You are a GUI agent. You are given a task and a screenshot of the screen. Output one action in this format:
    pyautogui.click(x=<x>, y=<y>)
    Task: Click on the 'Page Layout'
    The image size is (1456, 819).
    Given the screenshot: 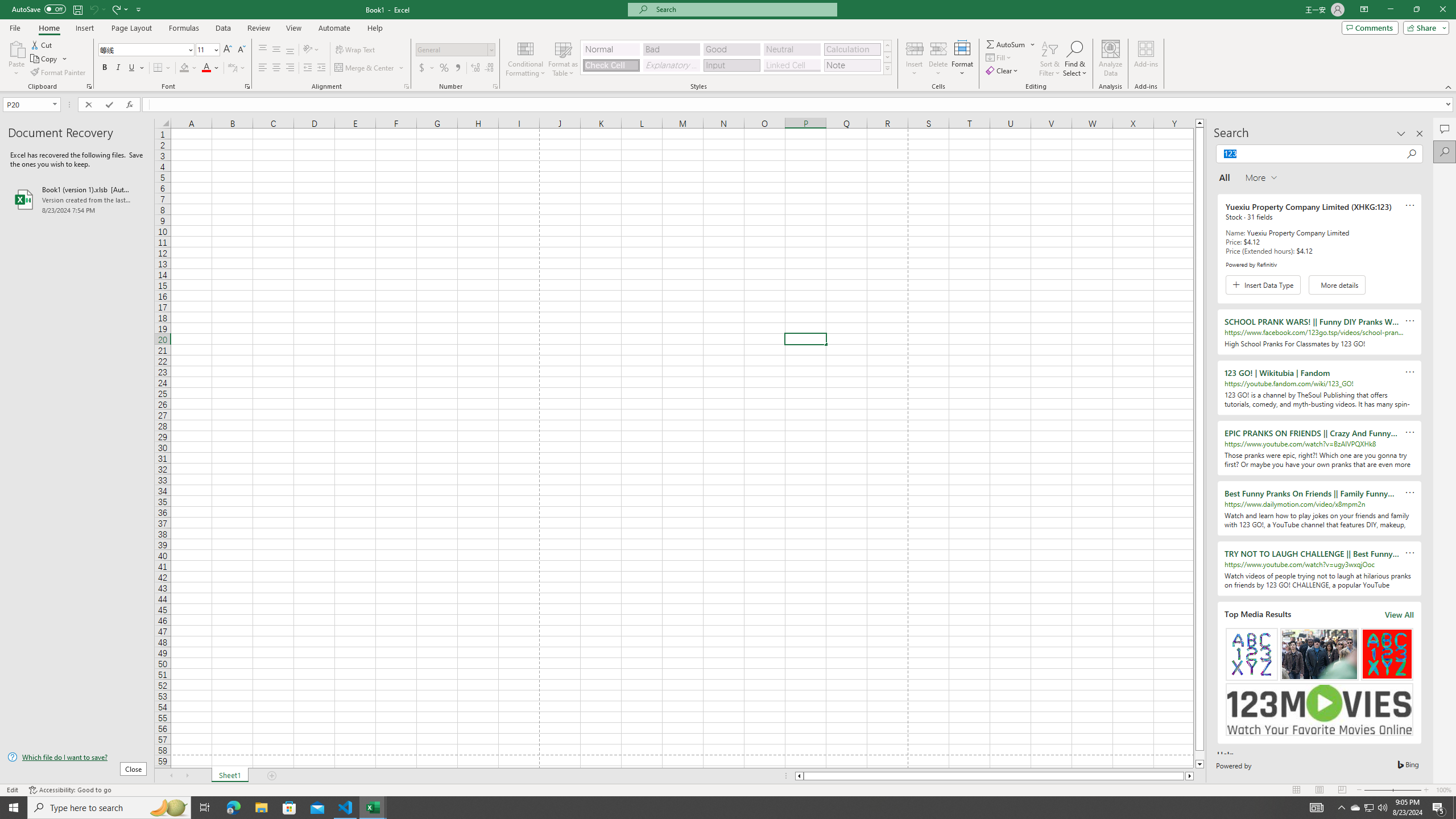 What is the action you would take?
    pyautogui.click(x=131, y=28)
    